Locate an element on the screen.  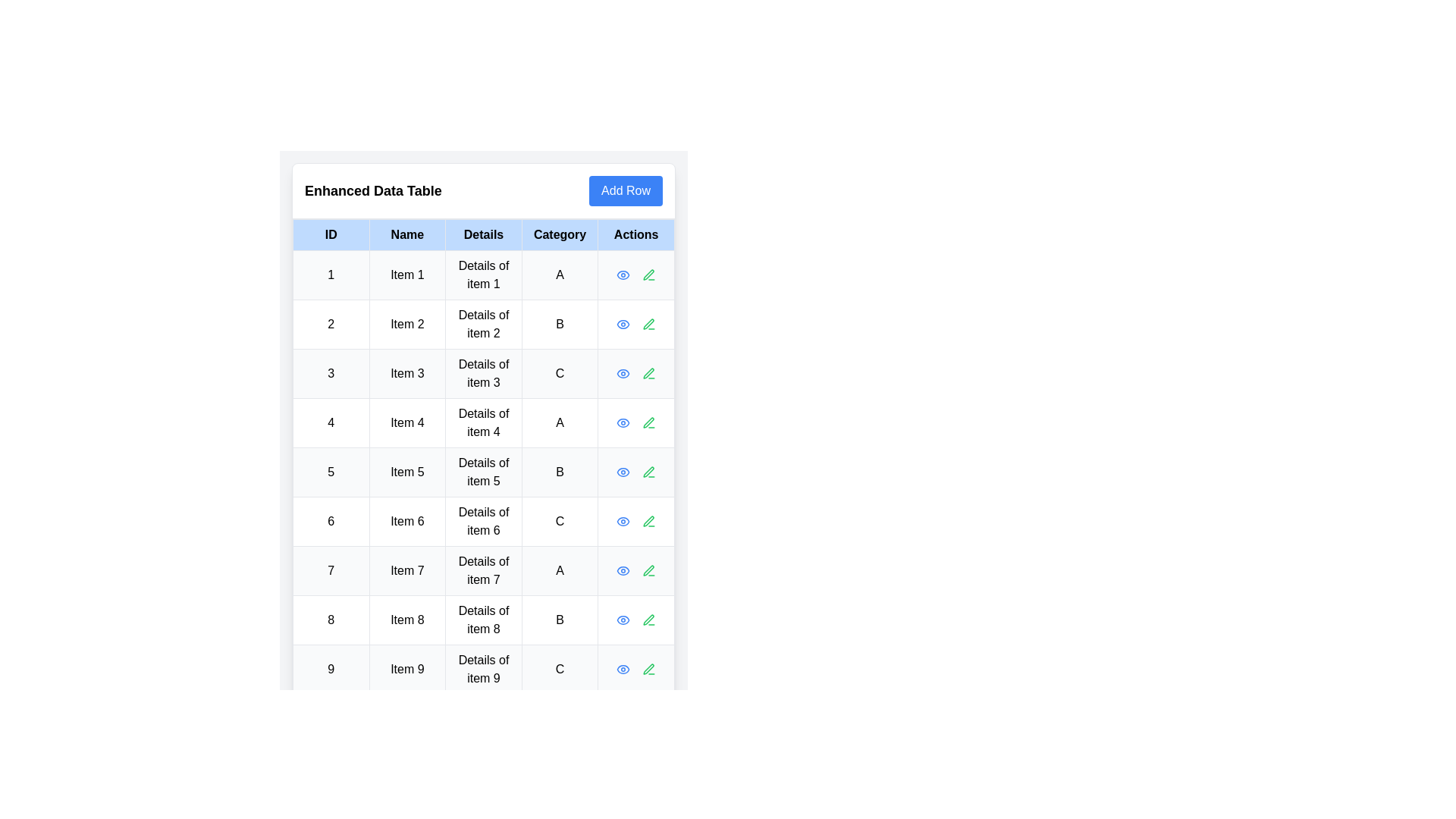
the blue eye icon button in the 'Actions' column of 'Item 8' is located at coordinates (623, 620).